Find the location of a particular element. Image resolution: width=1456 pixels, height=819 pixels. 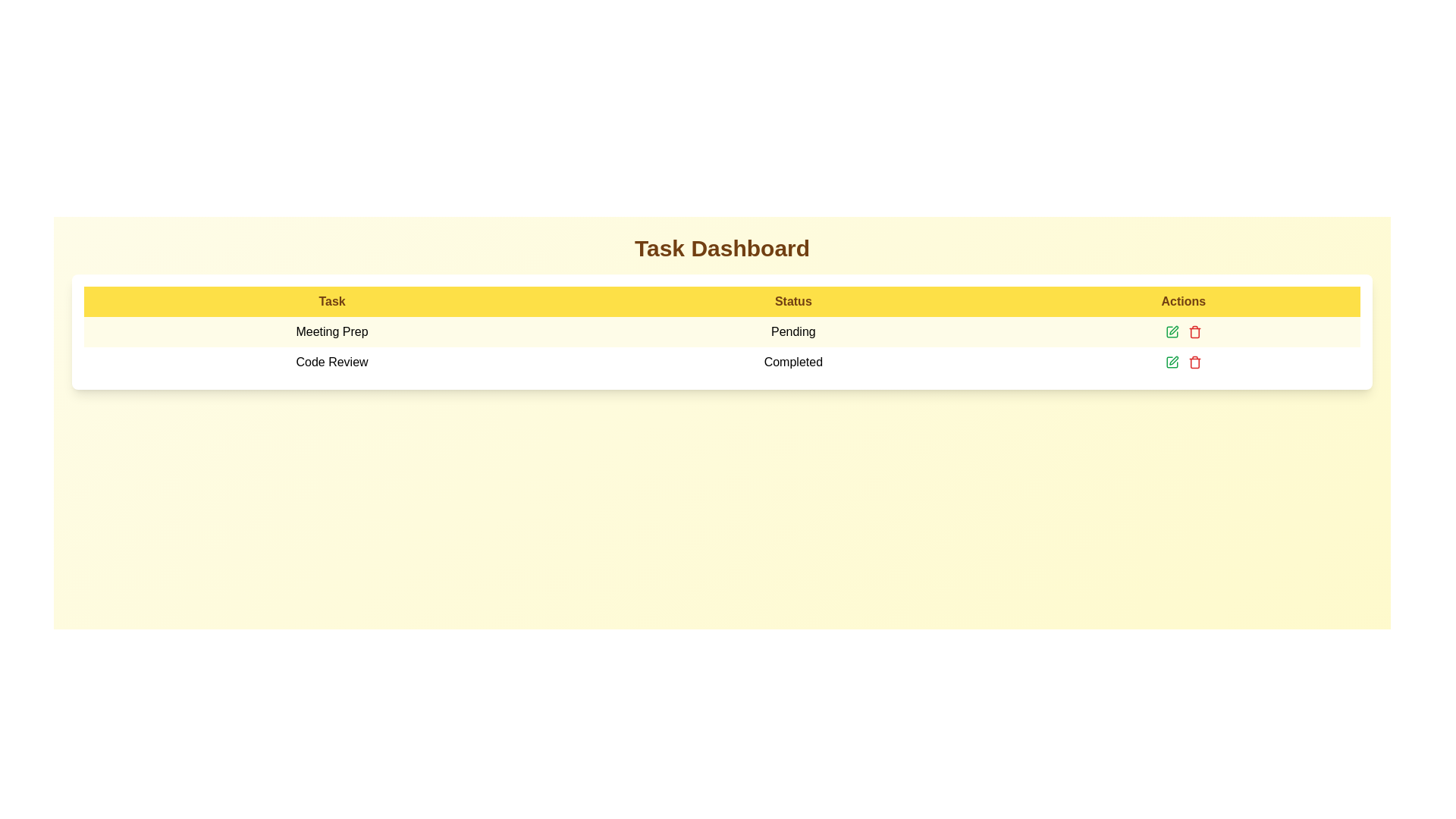

the green icon button with a pen overlay located in the 'Actions' column of the 'Meeting Prep' row to initiate editing is located at coordinates (1171, 331).